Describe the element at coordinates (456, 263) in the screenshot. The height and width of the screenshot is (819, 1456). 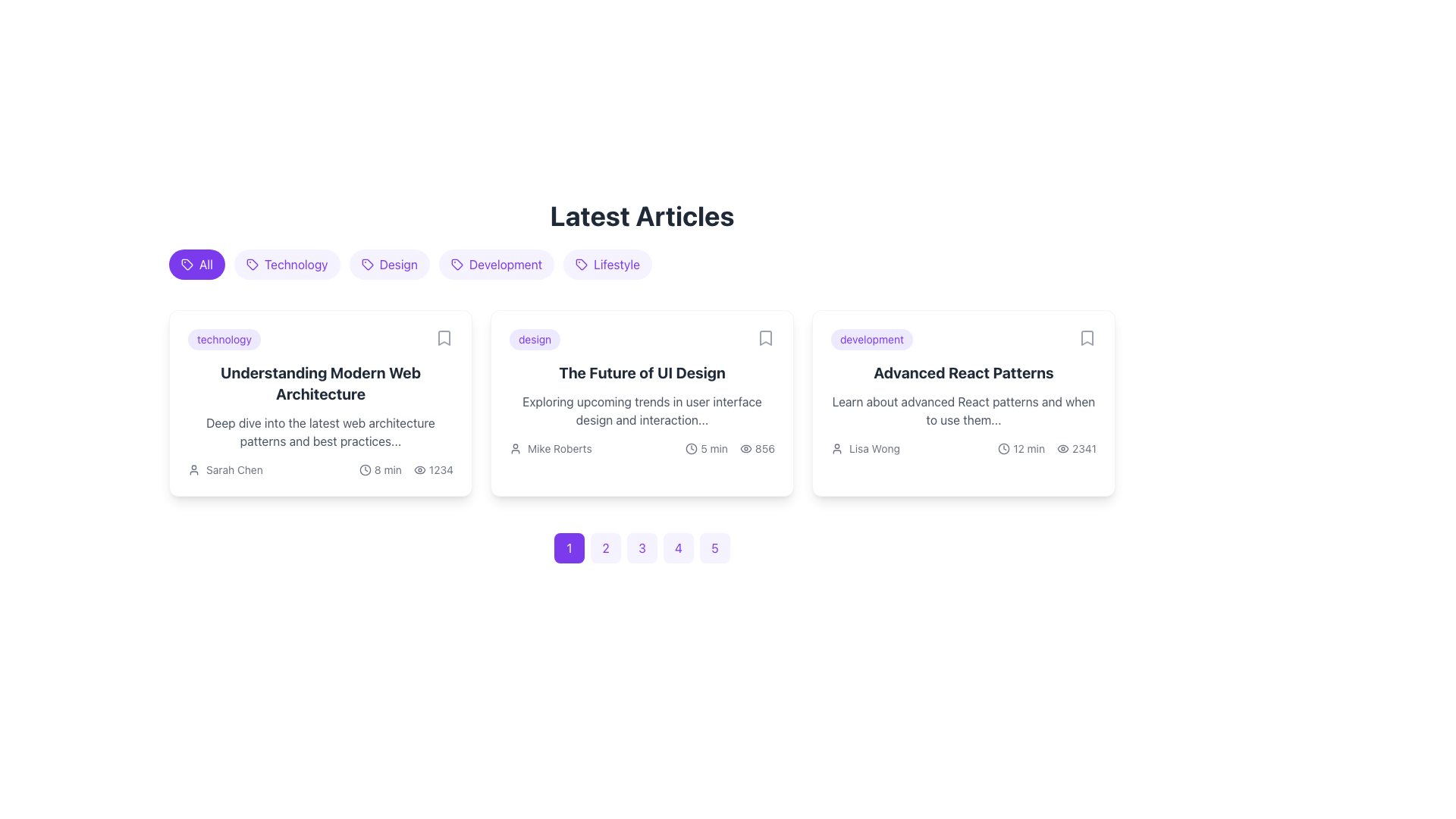
I see `the 'Development' tag icon, which is a representative graphic positioned to the left of the text 'Development' in a horizontal arrangement of similar UI elements` at that location.